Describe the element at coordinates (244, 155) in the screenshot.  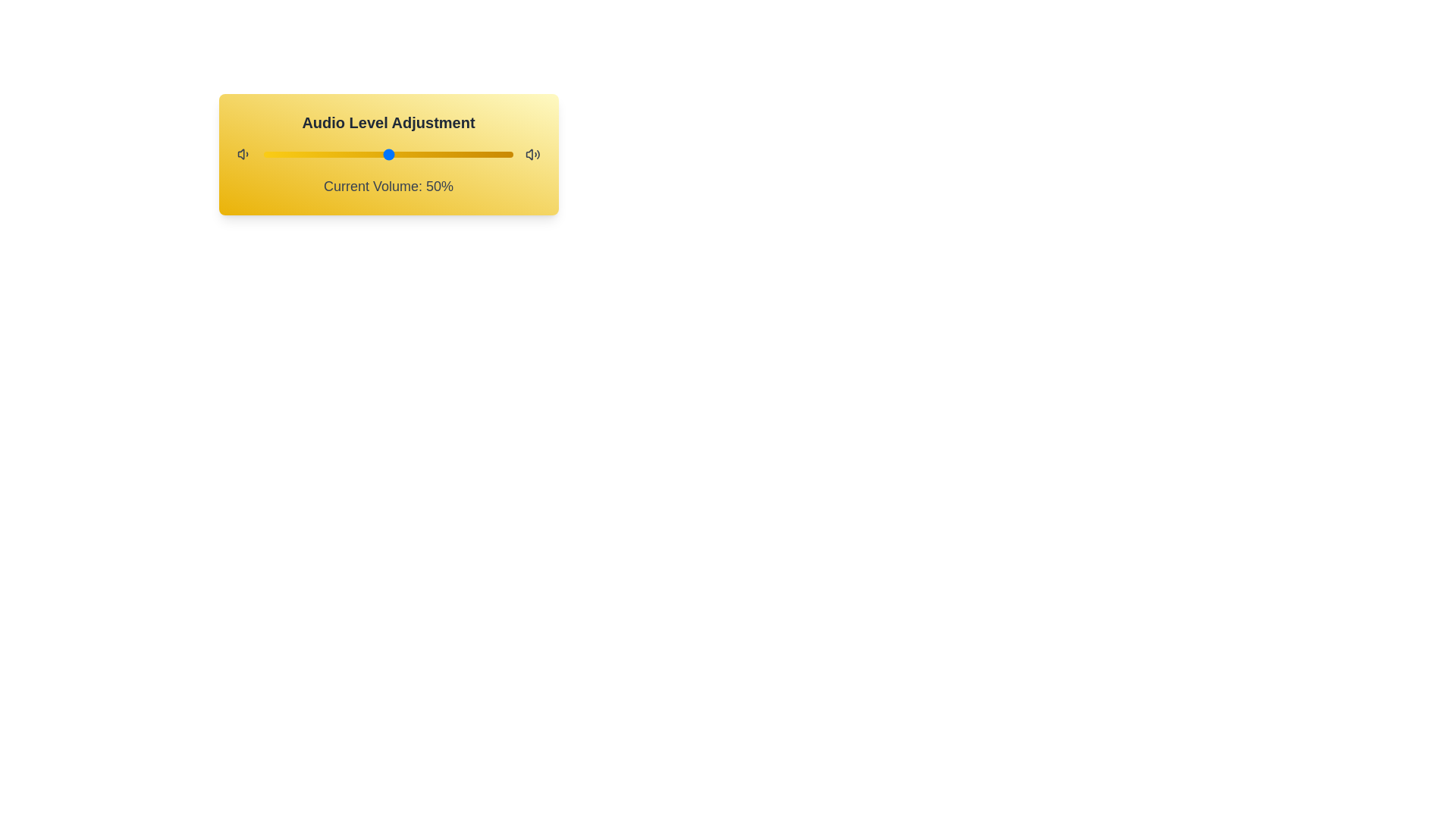
I see `the volume icon located on the leftmost side of the volume adjustment components, which marks the start of the volume adjustment range` at that location.